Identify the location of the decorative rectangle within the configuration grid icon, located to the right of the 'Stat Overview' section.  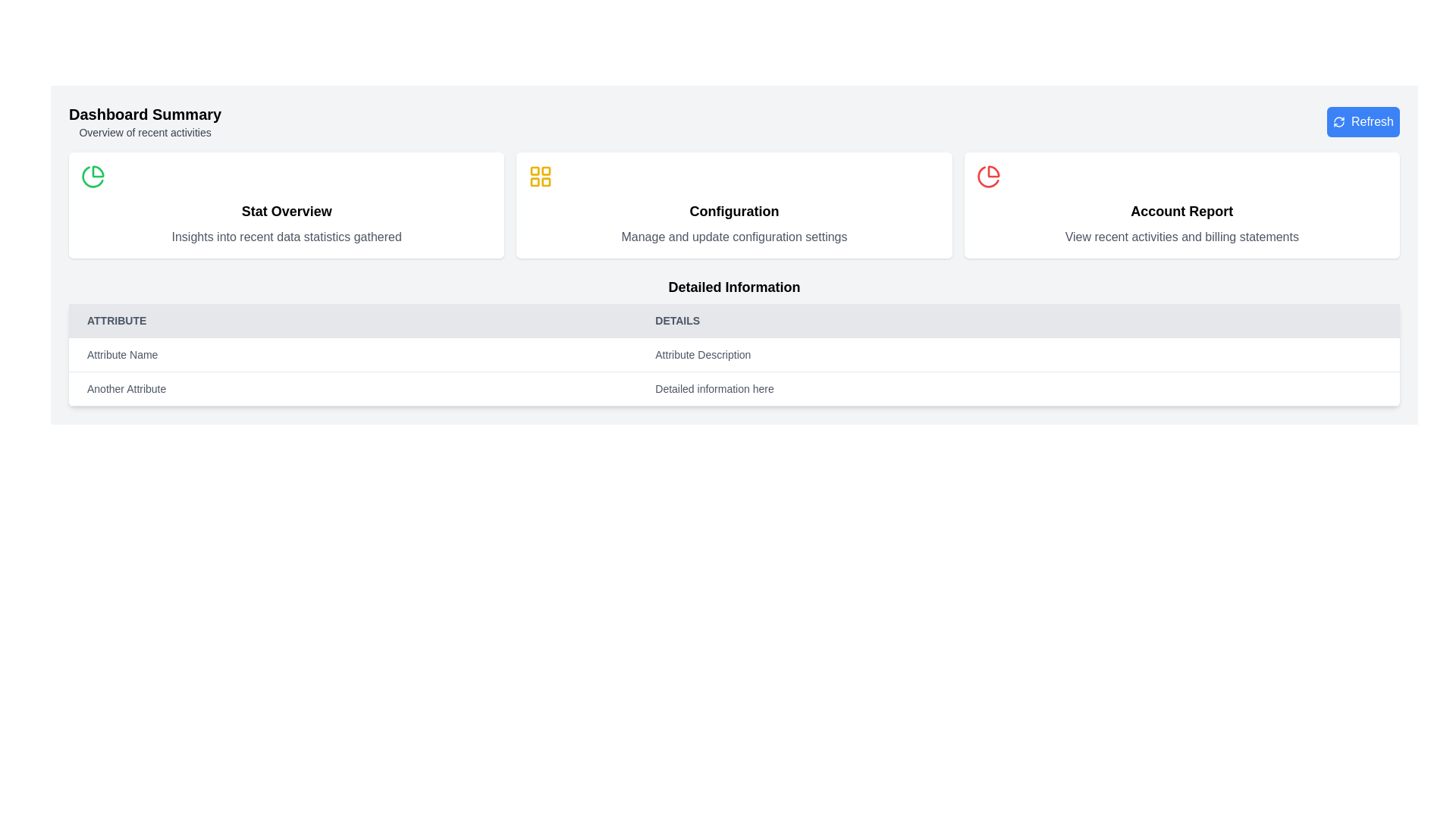
(535, 171).